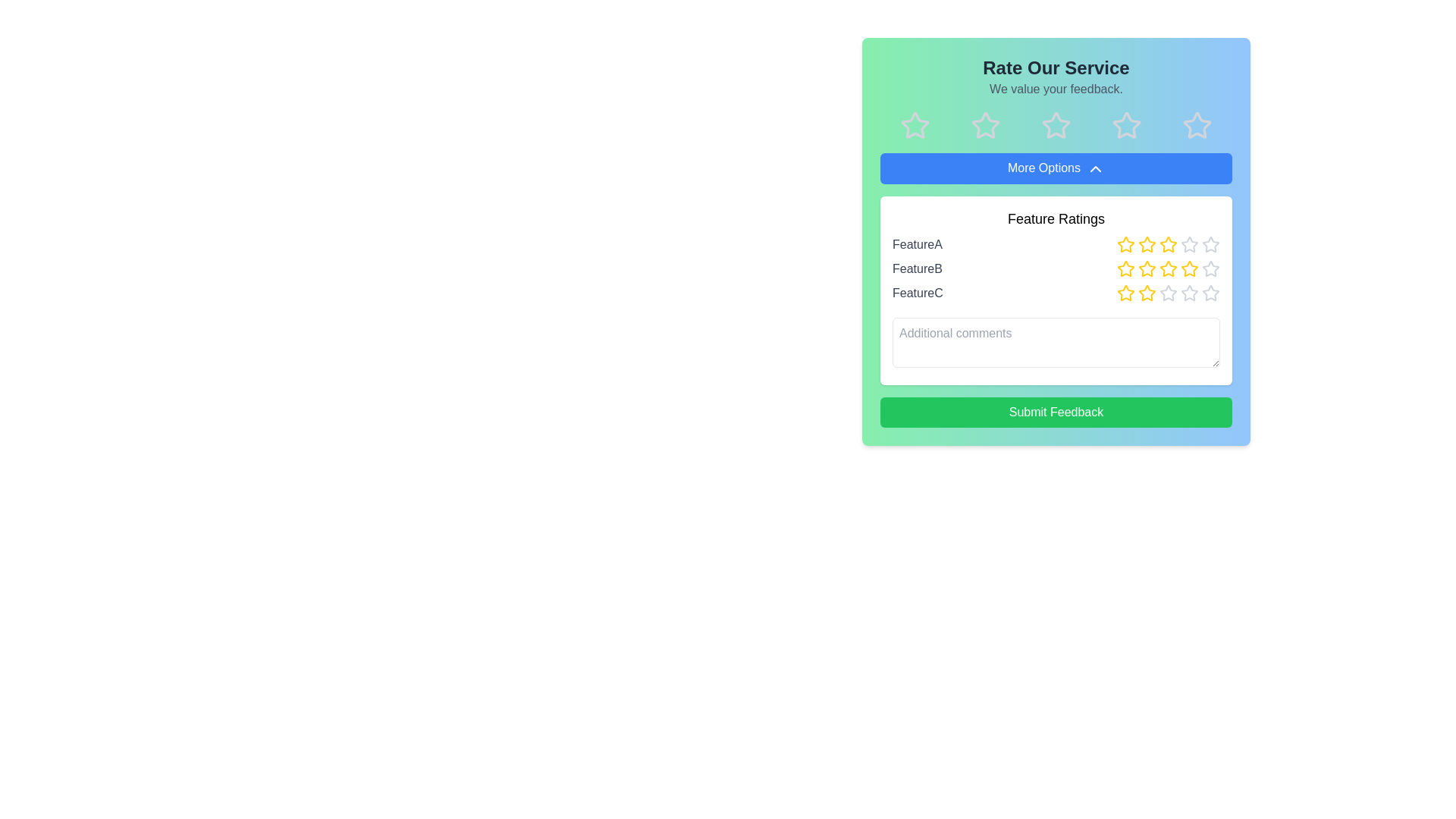 The height and width of the screenshot is (819, 1456). What do you see at coordinates (1188, 243) in the screenshot?
I see `the third star-shaped rating icon in the 'Feature Ratings' section to rate it` at bounding box center [1188, 243].